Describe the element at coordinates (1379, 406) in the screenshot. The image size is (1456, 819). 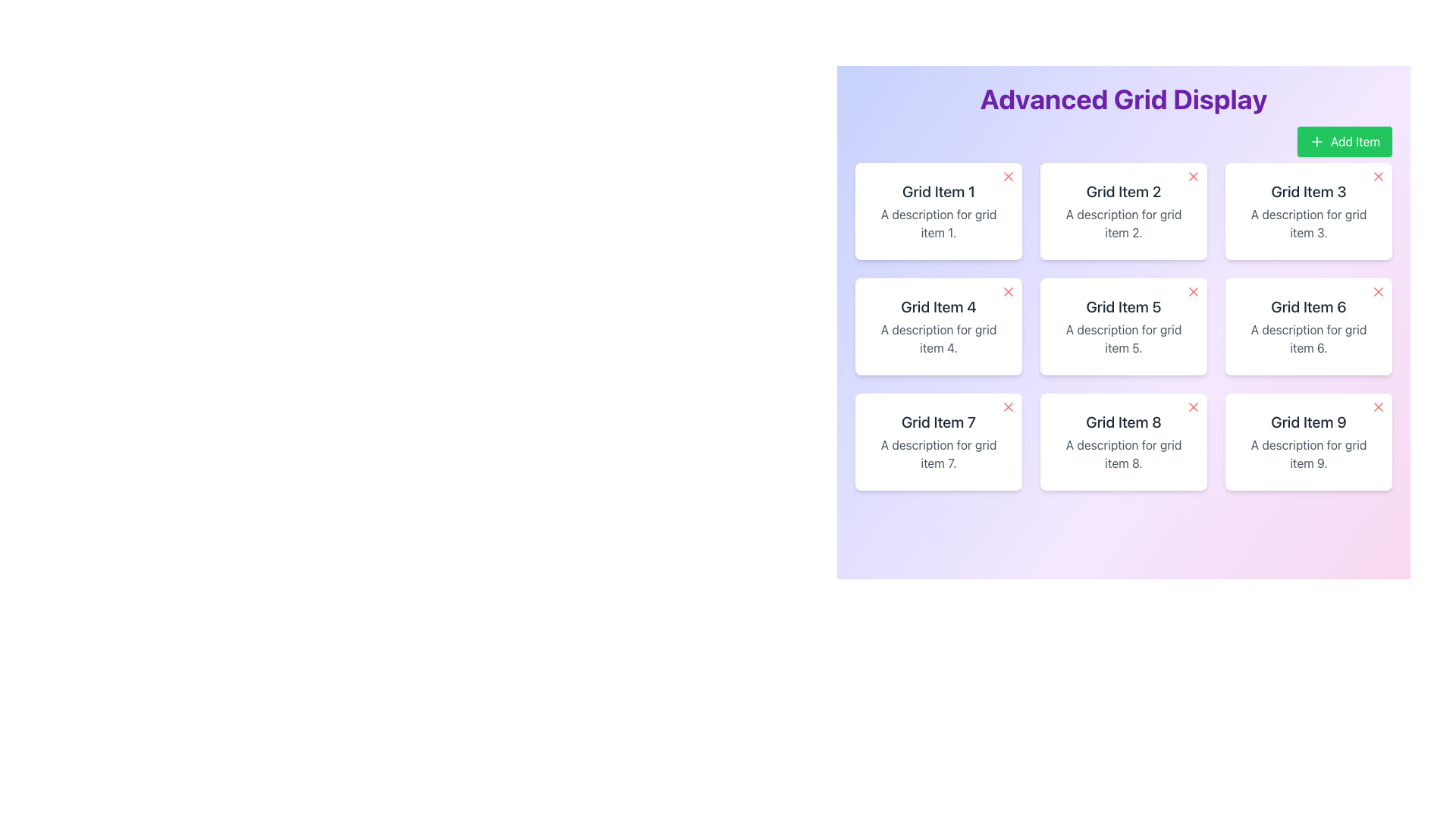
I see `the close icon represented by an 'X' located in the top-right corner of the card labeled 'Grid Item 9' to initiate a close action` at that location.